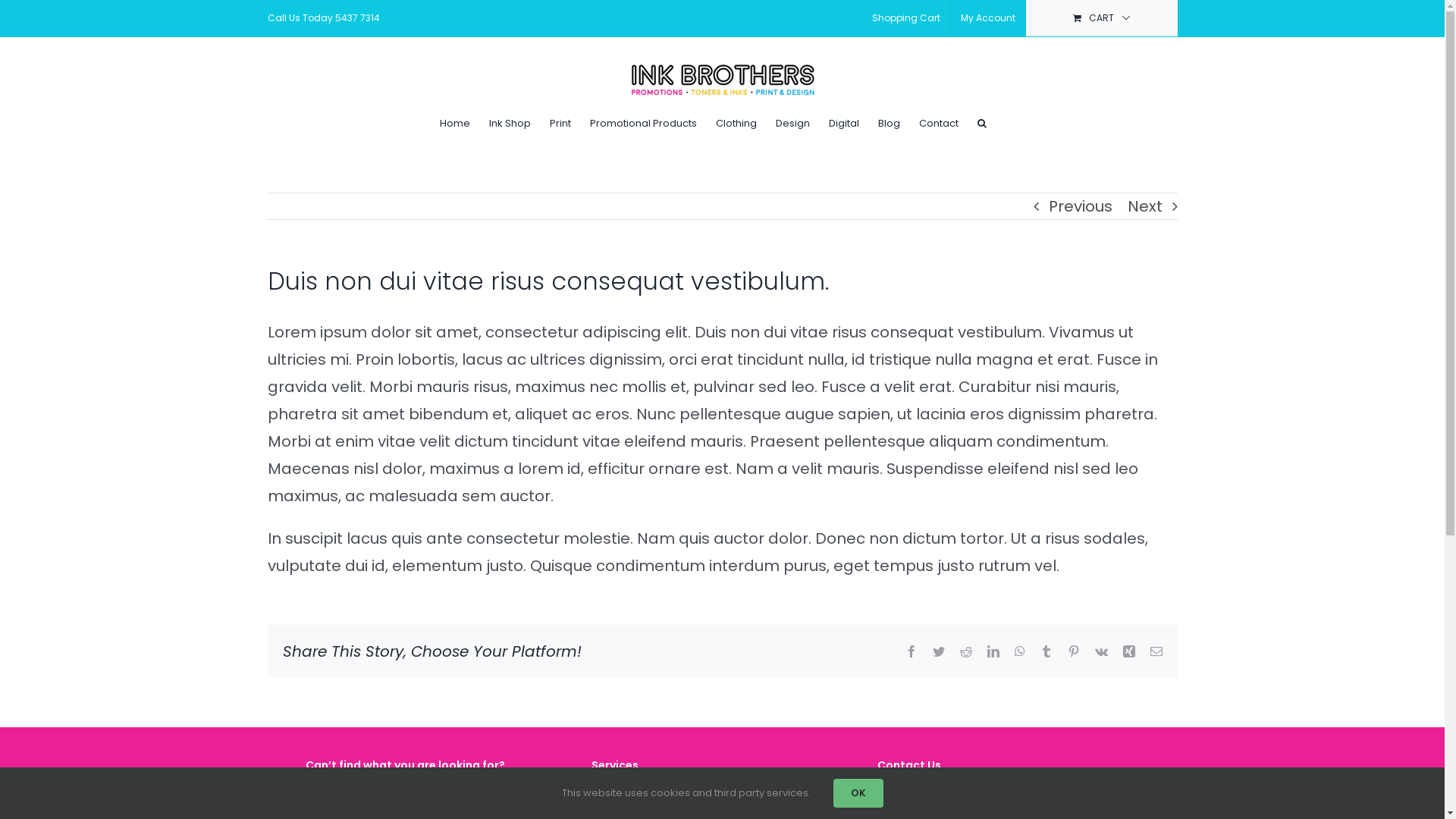 Image resolution: width=1456 pixels, height=819 pixels. Describe the element at coordinates (1019, 651) in the screenshot. I see `'WhatsApp'` at that location.